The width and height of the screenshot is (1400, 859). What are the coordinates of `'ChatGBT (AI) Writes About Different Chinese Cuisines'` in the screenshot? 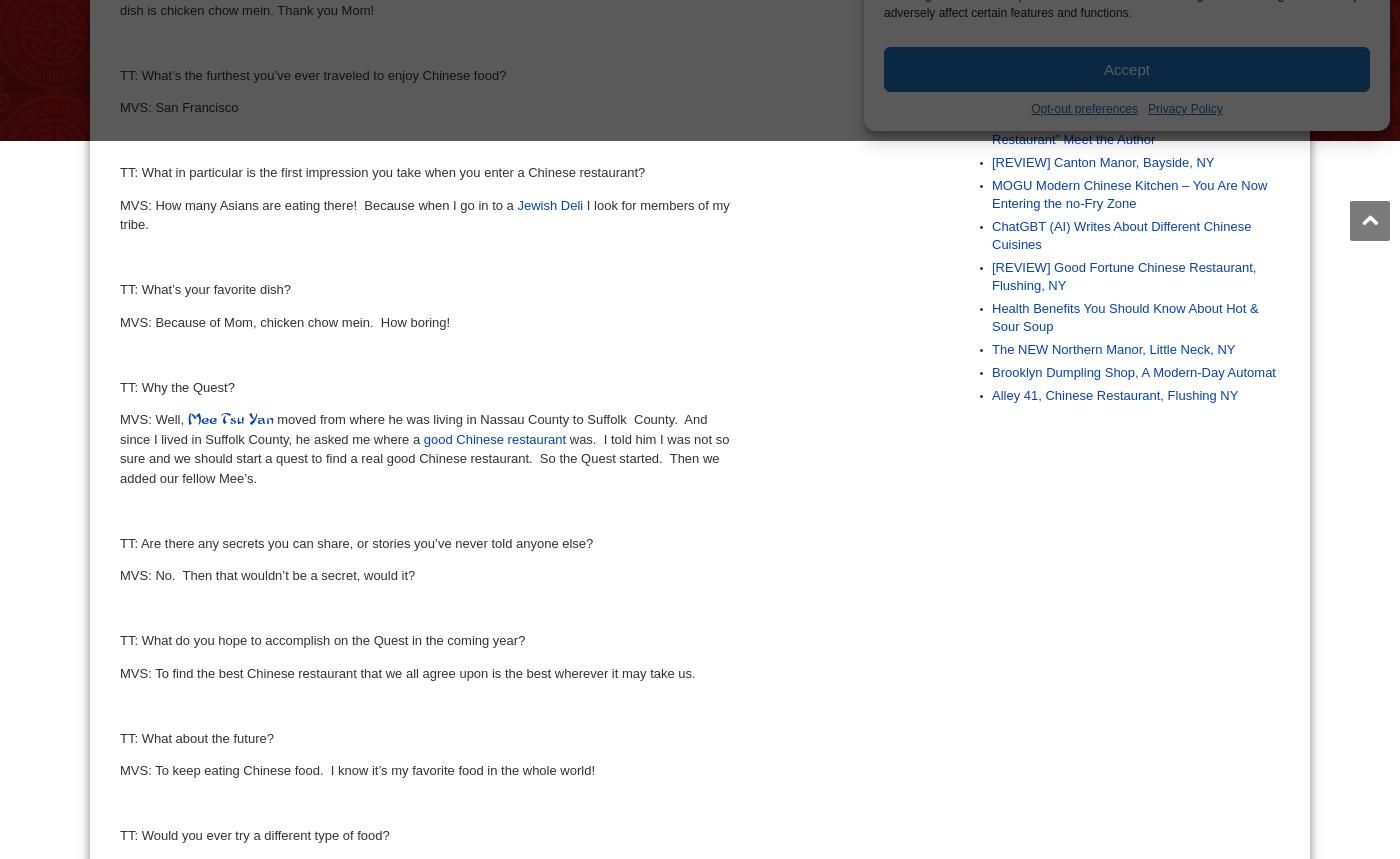 It's located at (1121, 234).